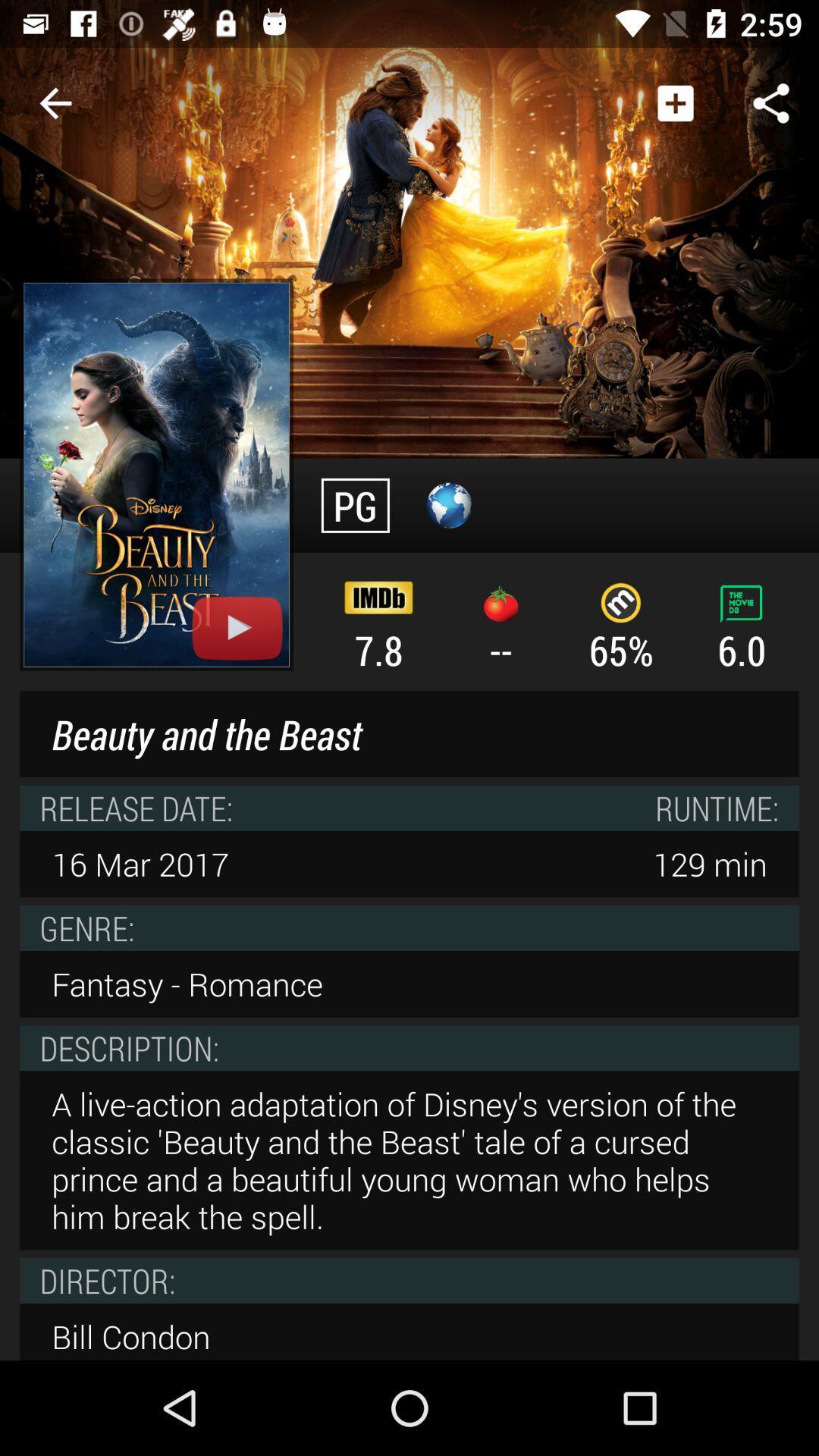 The height and width of the screenshot is (1456, 819). Describe the element at coordinates (378, 625) in the screenshot. I see `option below pg` at that location.